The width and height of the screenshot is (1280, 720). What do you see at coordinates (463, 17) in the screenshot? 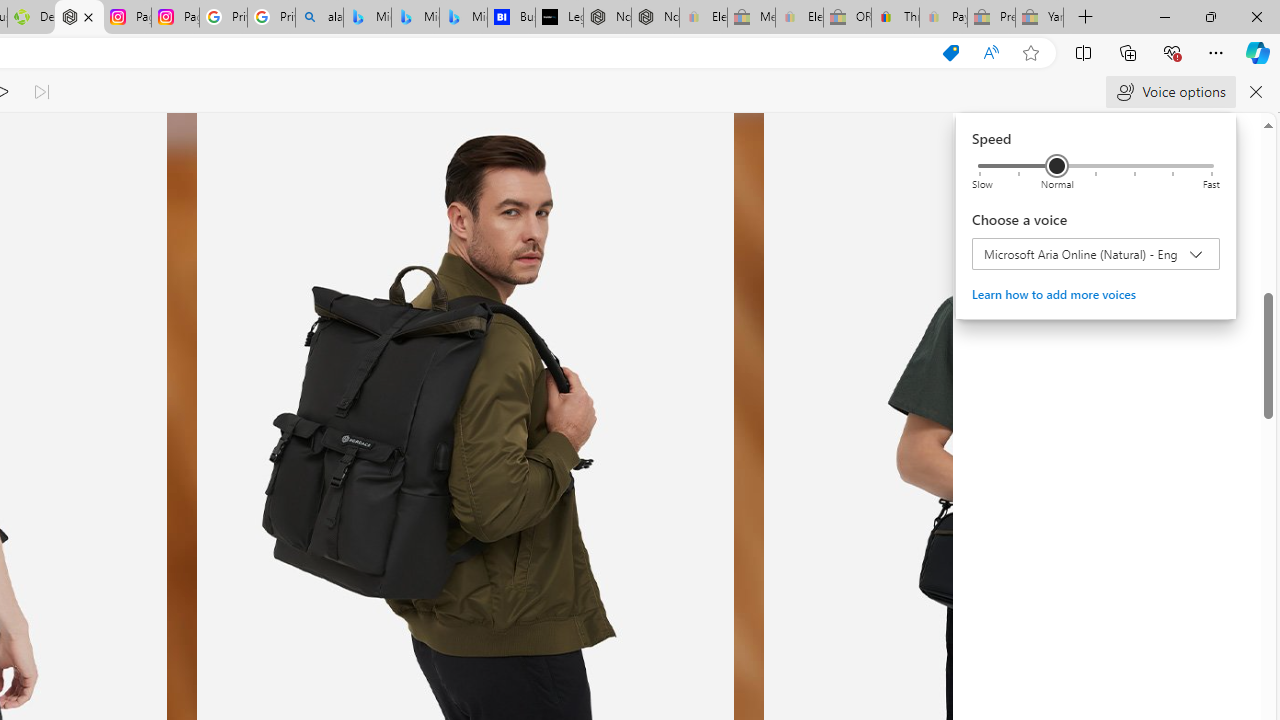
I see `'Microsoft Bing Travel - Shangri-La Hotel Bangkok'` at bounding box center [463, 17].